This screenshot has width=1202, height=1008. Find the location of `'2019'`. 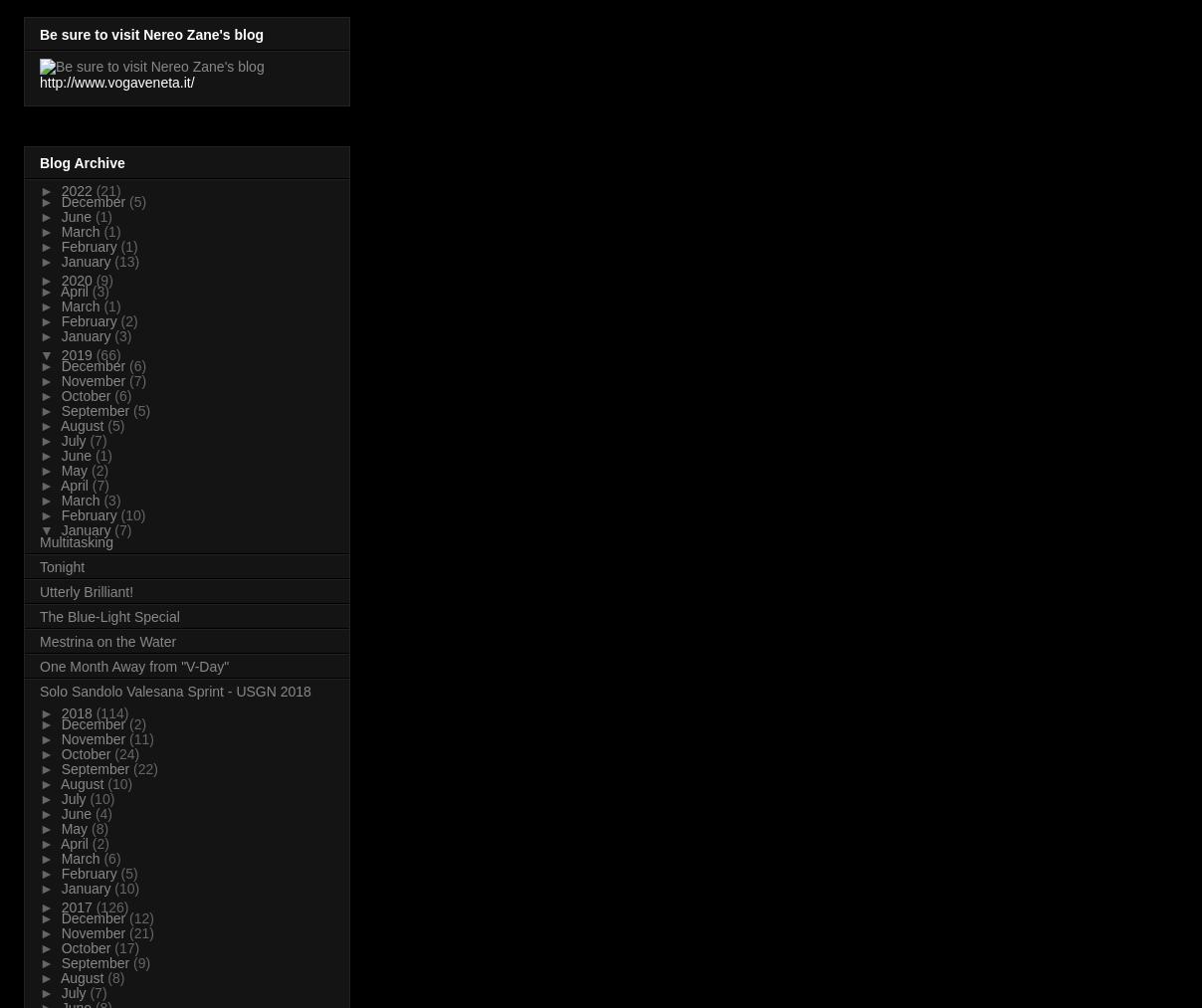

'2019' is located at coordinates (77, 353).